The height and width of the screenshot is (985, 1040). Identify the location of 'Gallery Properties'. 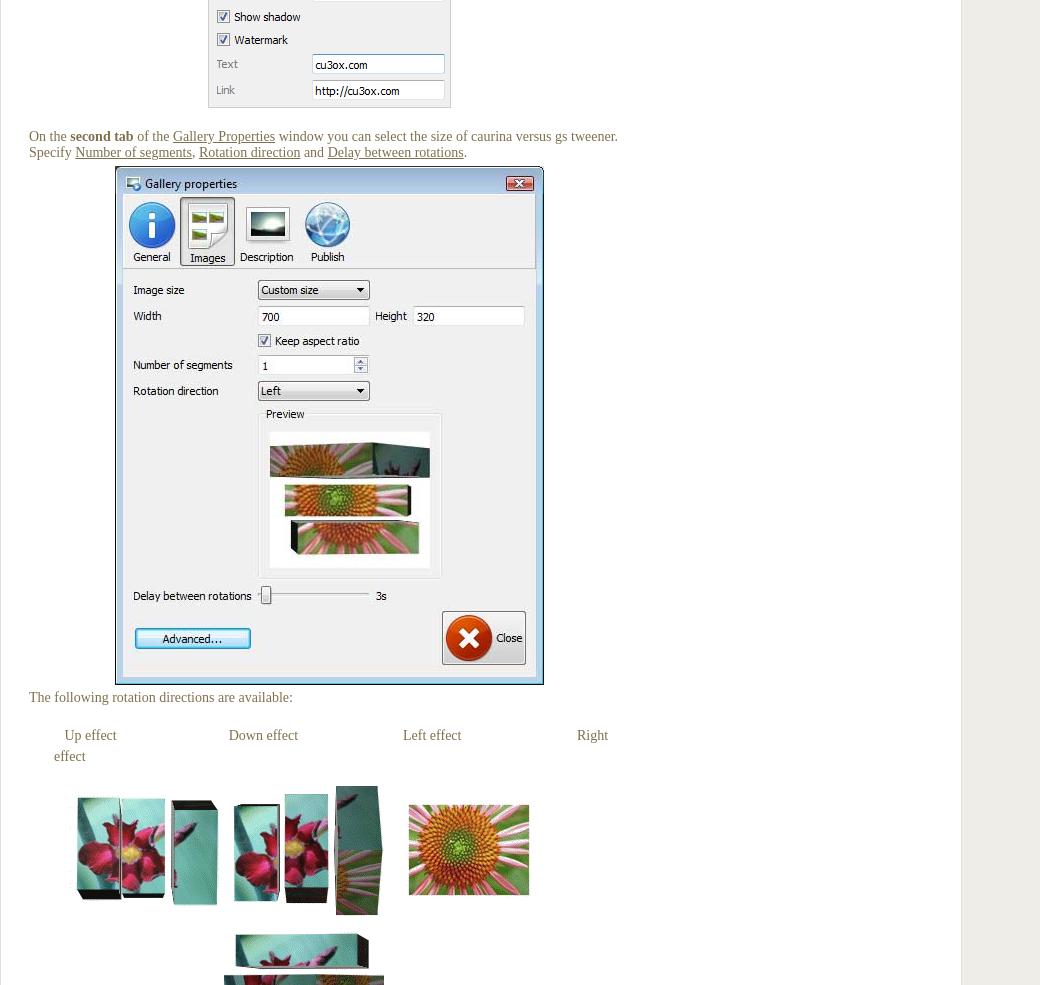
(223, 136).